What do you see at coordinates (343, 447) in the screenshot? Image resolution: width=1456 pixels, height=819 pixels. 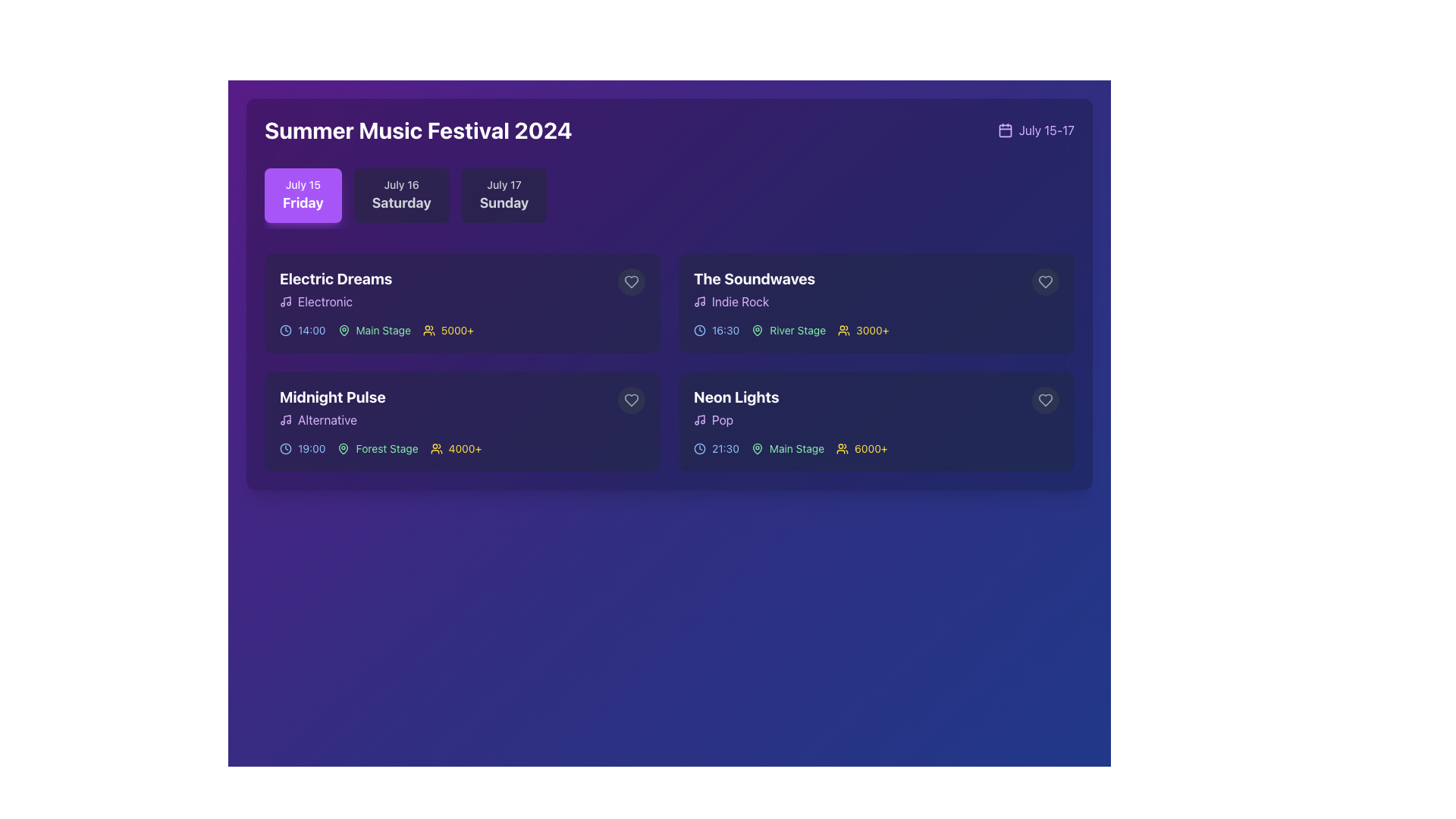 I see `the icon representing the 'Forest Stage' location label, located within the details section of the 'Midnight Pulse' event card, aligned to the left of the 'Forest Stage' label` at bounding box center [343, 447].